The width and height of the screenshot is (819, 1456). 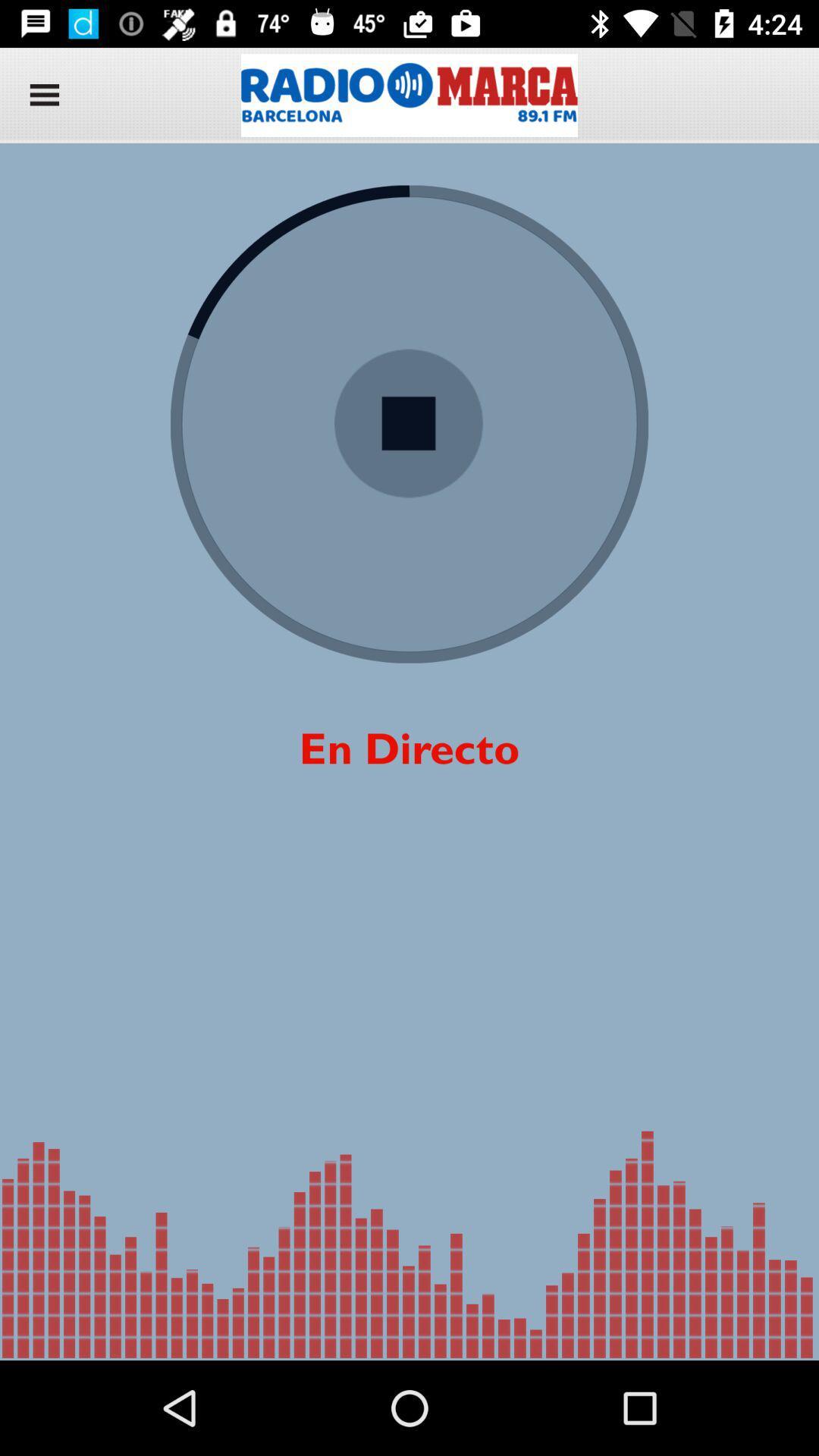 What do you see at coordinates (408, 424) in the screenshot?
I see `icon above en directo app` at bounding box center [408, 424].